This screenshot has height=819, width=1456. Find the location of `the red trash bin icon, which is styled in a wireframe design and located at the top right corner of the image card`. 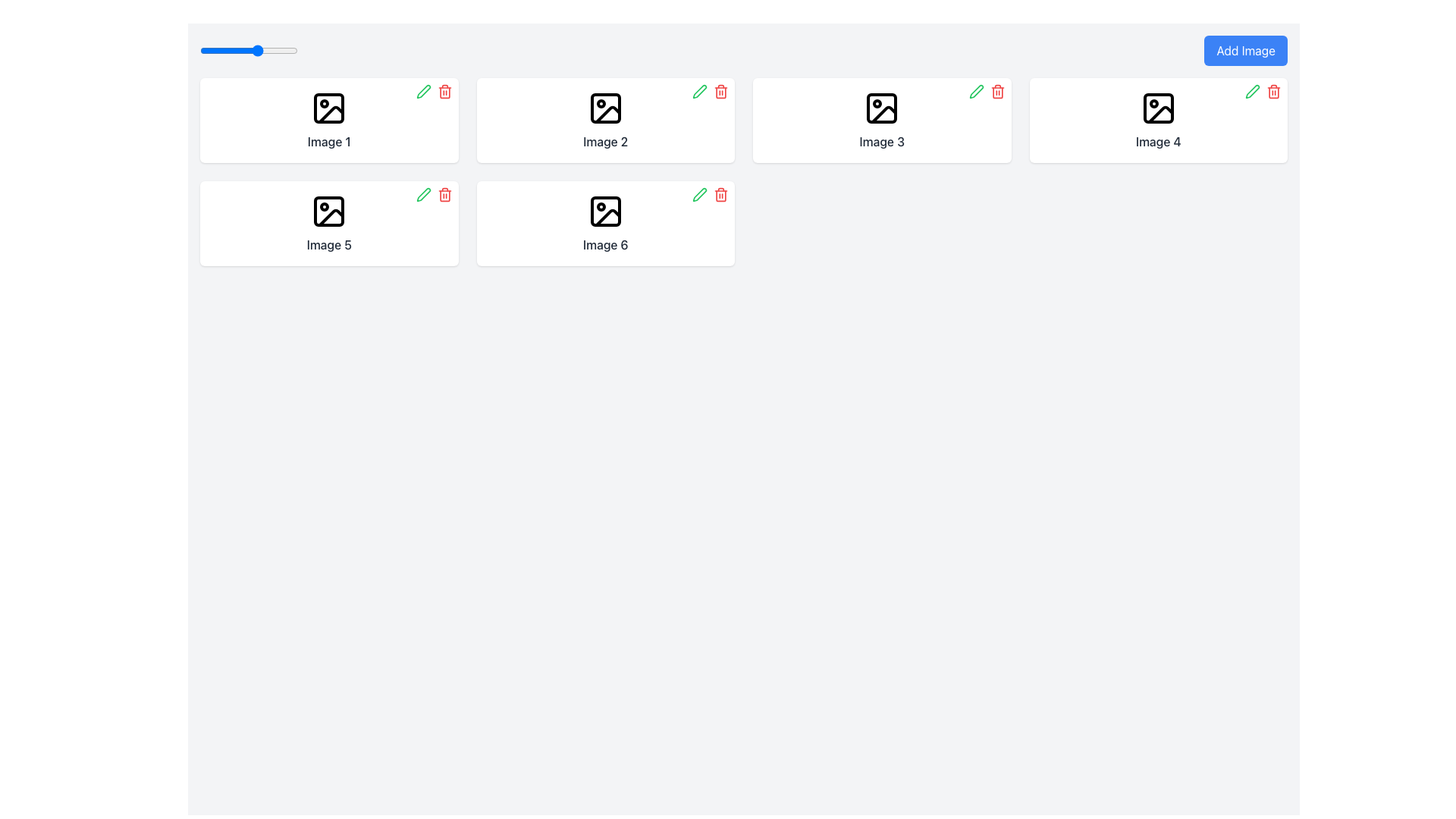

the red trash bin icon, which is styled in a wireframe design and located at the top right corner of the image card is located at coordinates (444, 91).